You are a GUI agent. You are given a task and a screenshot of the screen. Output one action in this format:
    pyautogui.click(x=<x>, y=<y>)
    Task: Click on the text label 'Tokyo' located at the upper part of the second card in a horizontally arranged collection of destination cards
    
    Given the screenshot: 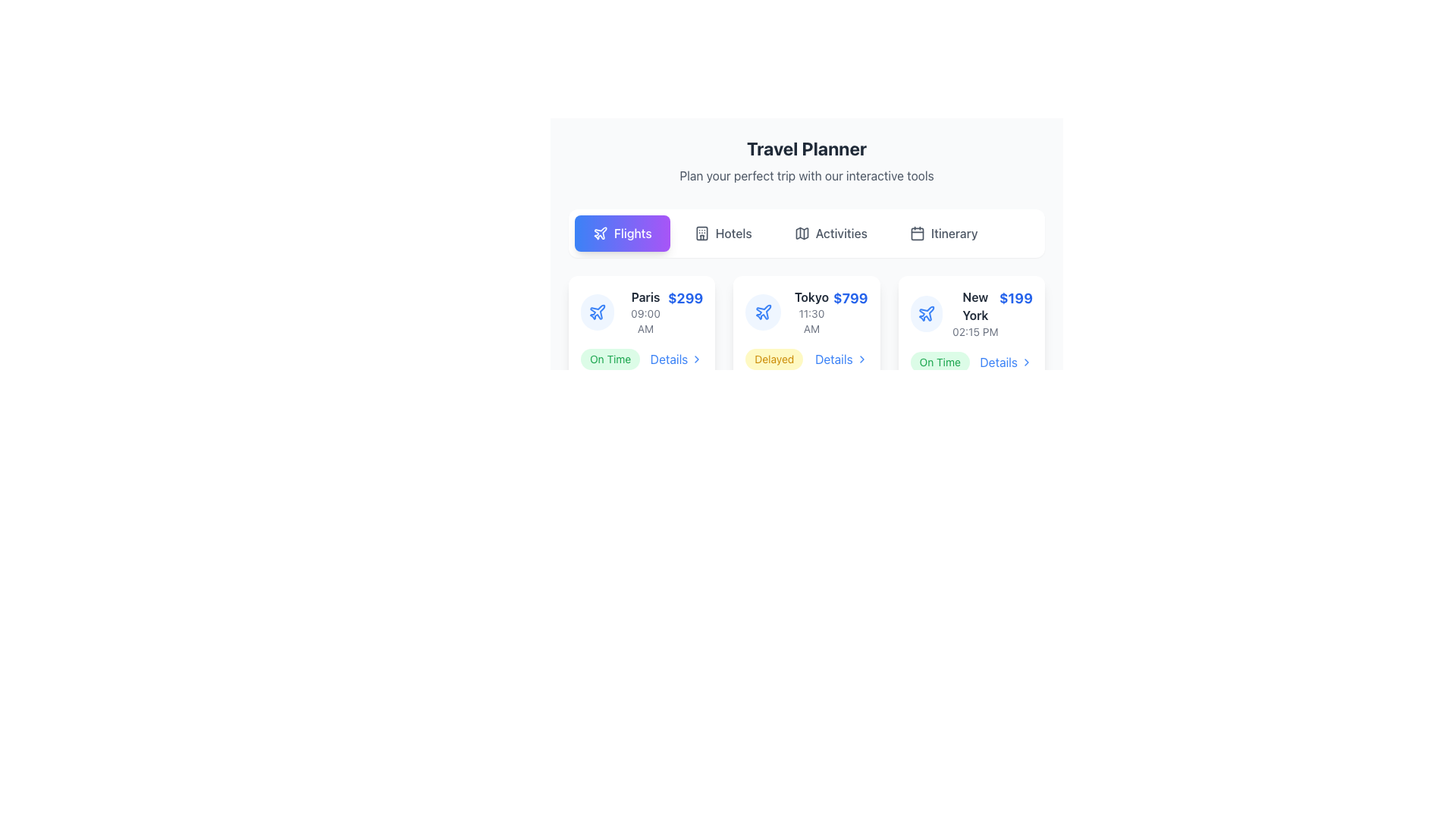 What is the action you would take?
    pyautogui.click(x=811, y=297)
    